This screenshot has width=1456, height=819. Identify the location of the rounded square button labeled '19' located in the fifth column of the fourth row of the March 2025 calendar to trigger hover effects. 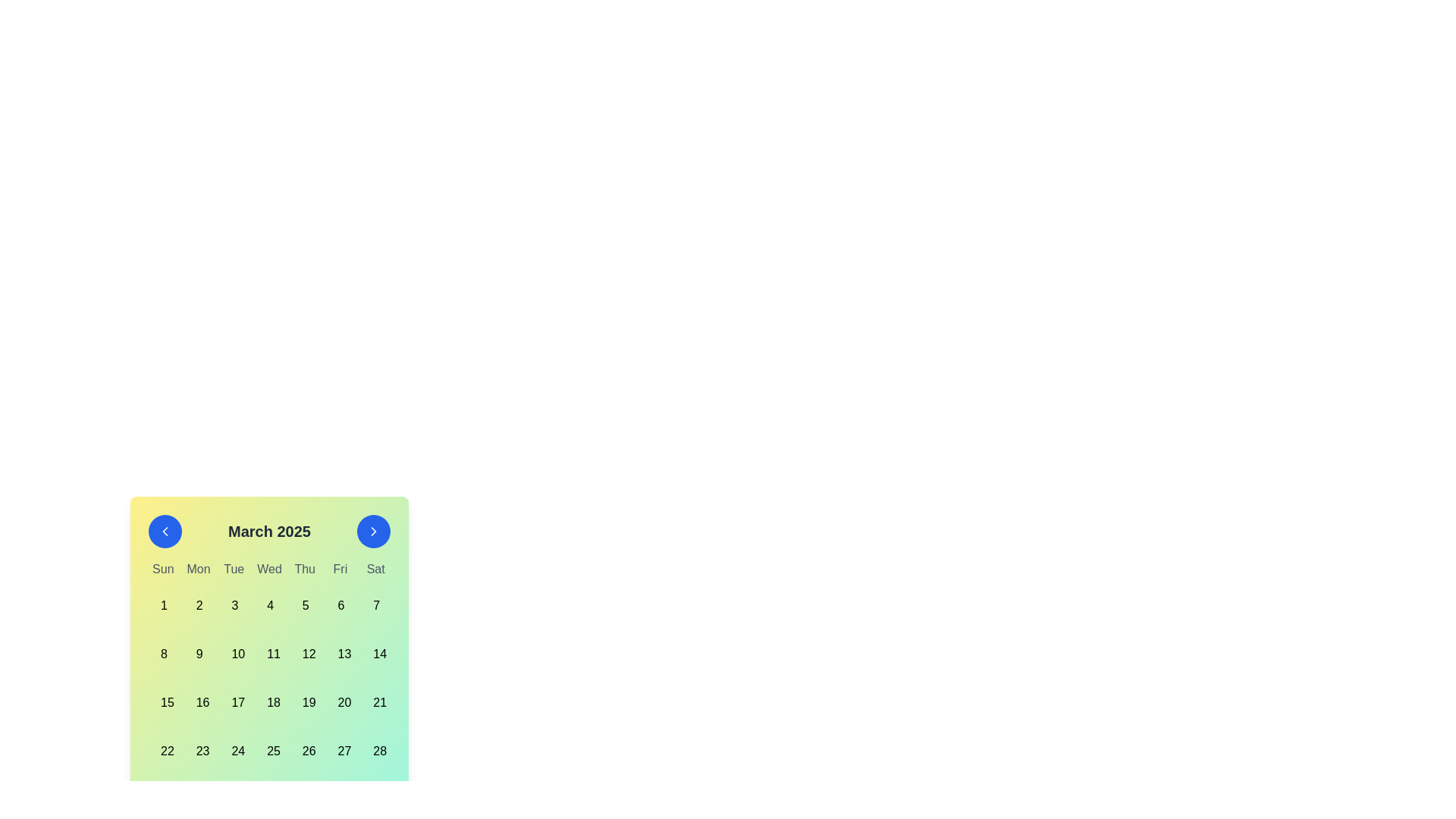
(304, 702).